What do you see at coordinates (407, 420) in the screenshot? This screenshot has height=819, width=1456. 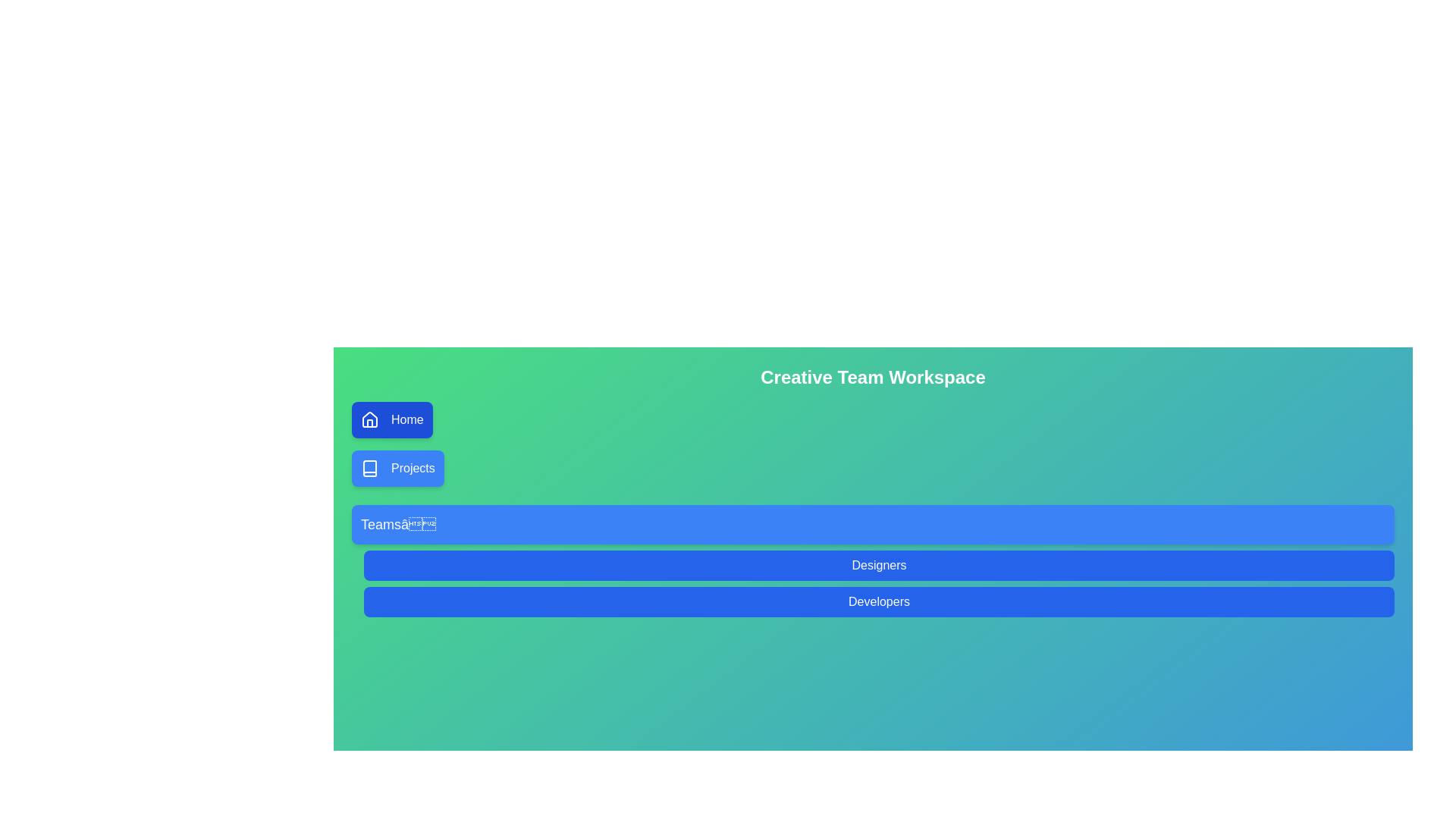 I see `the 'Home' text label within the navigation button styled in white against a blue background` at bounding box center [407, 420].